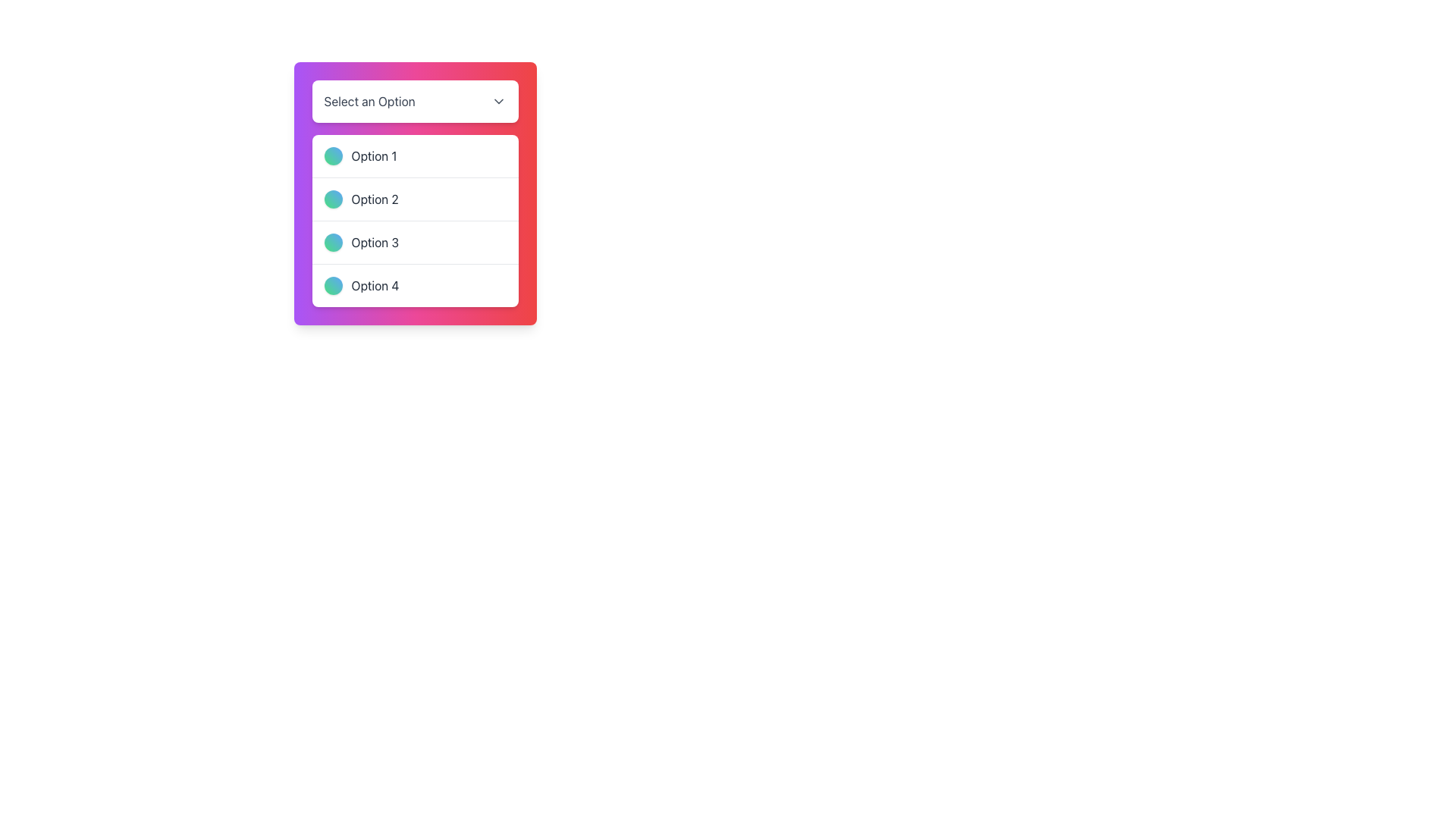  I want to click on the circular button with a gradient background that is part of the menu list item labeled 'Option 1', so click(332, 155).